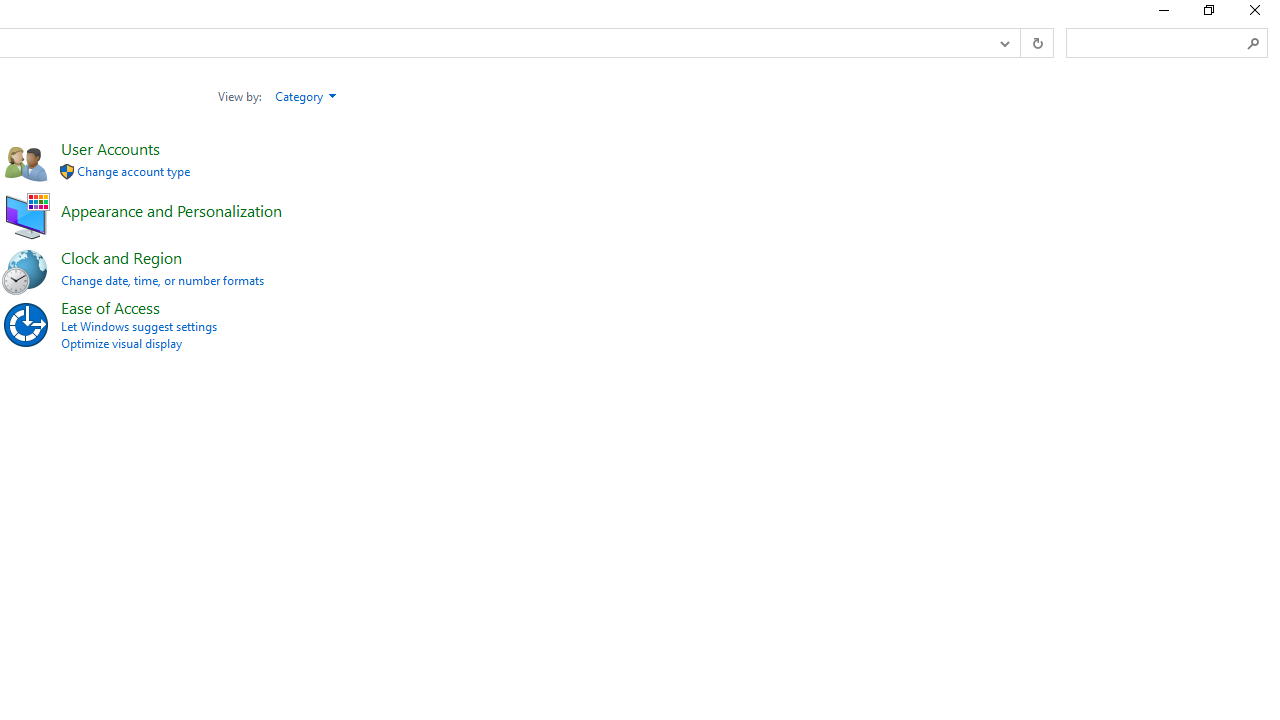 Image resolution: width=1280 pixels, height=720 pixels. I want to click on 'Optimize visual display', so click(120, 342).